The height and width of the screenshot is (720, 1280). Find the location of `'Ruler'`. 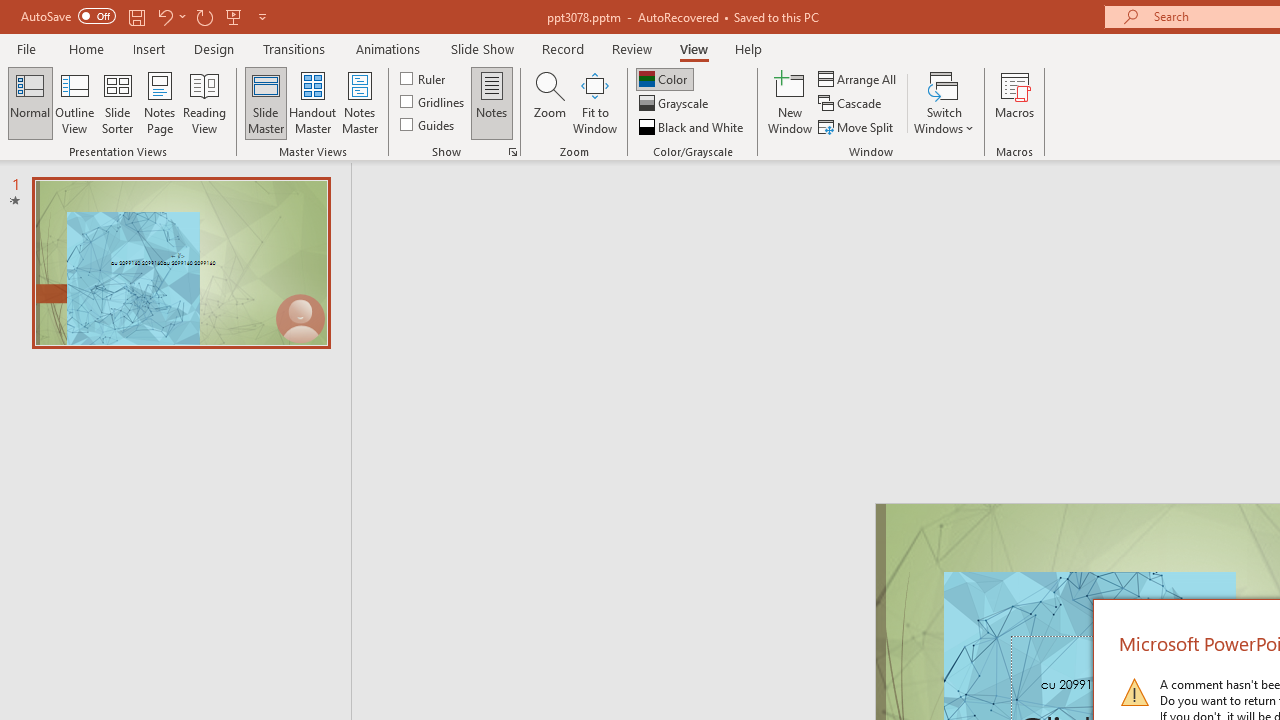

'Ruler' is located at coordinates (423, 77).